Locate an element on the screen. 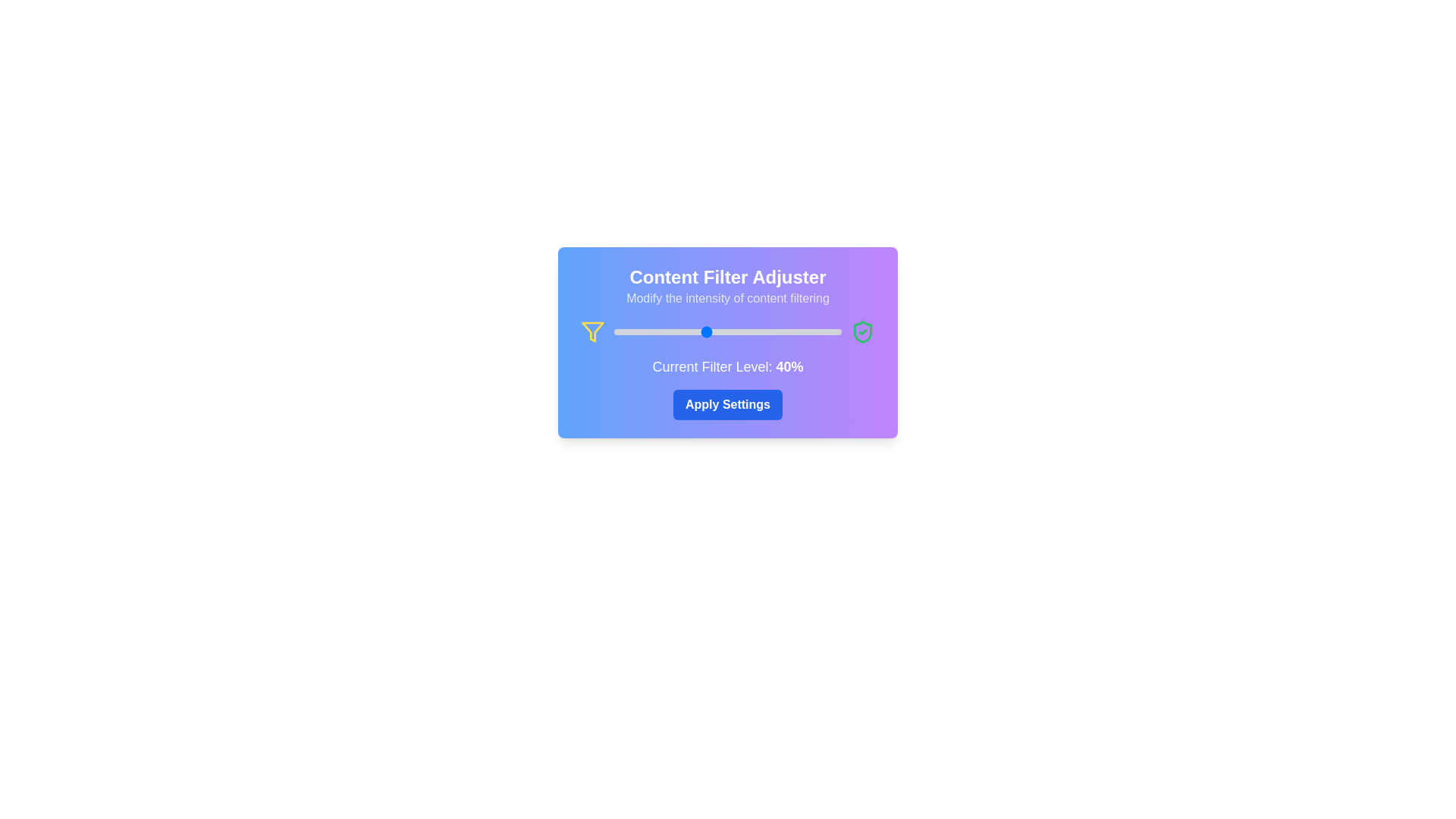 Image resolution: width=1456 pixels, height=819 pixels. the slider to set the filter level to 87% is located at coordinates (811, 331).